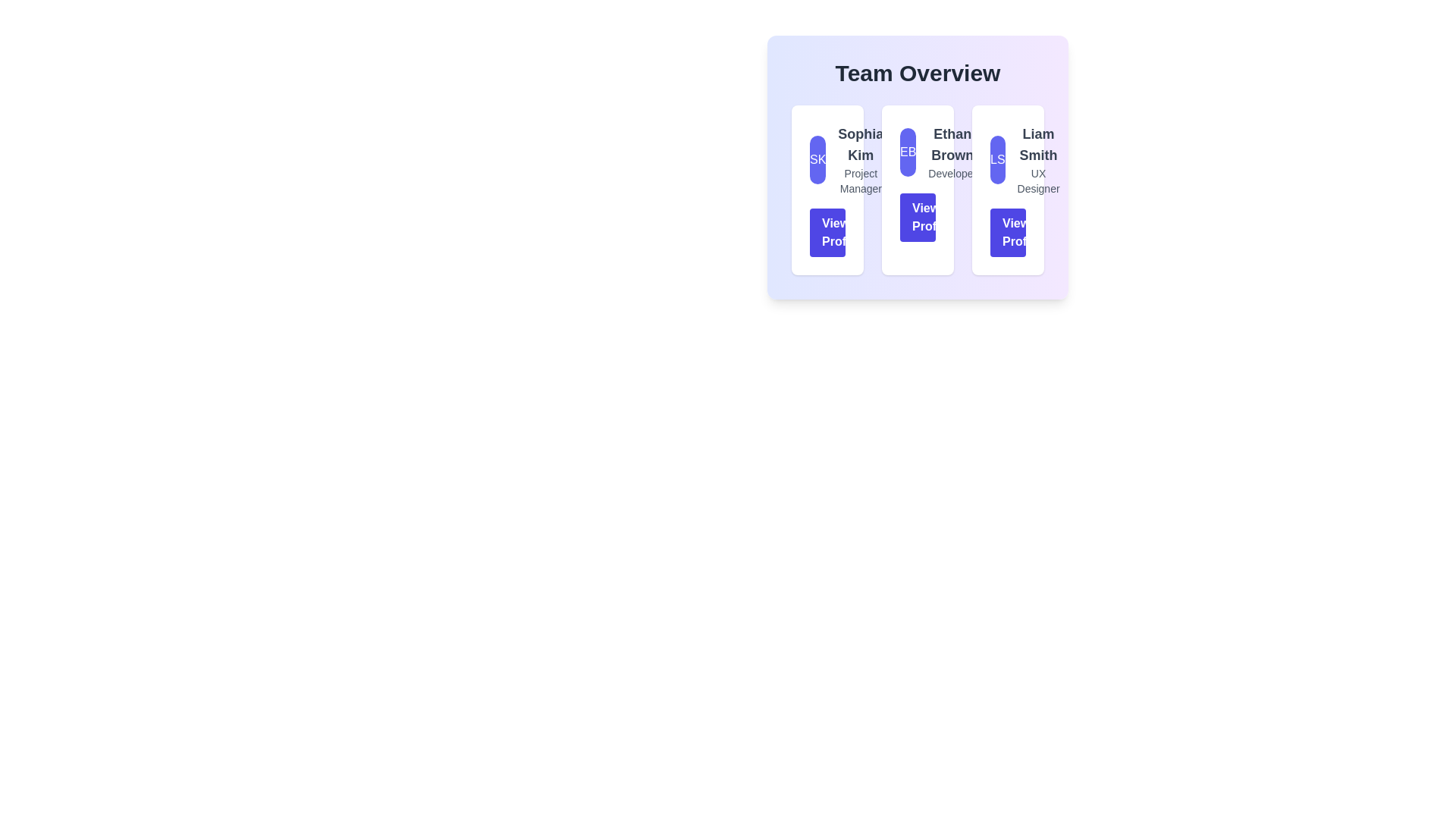  I want to click on the Text display element that shows the name 'Ethan Brown' and title 'Developer' located in the second column of the card in the 'Team Overview' section, so click(952, 152).